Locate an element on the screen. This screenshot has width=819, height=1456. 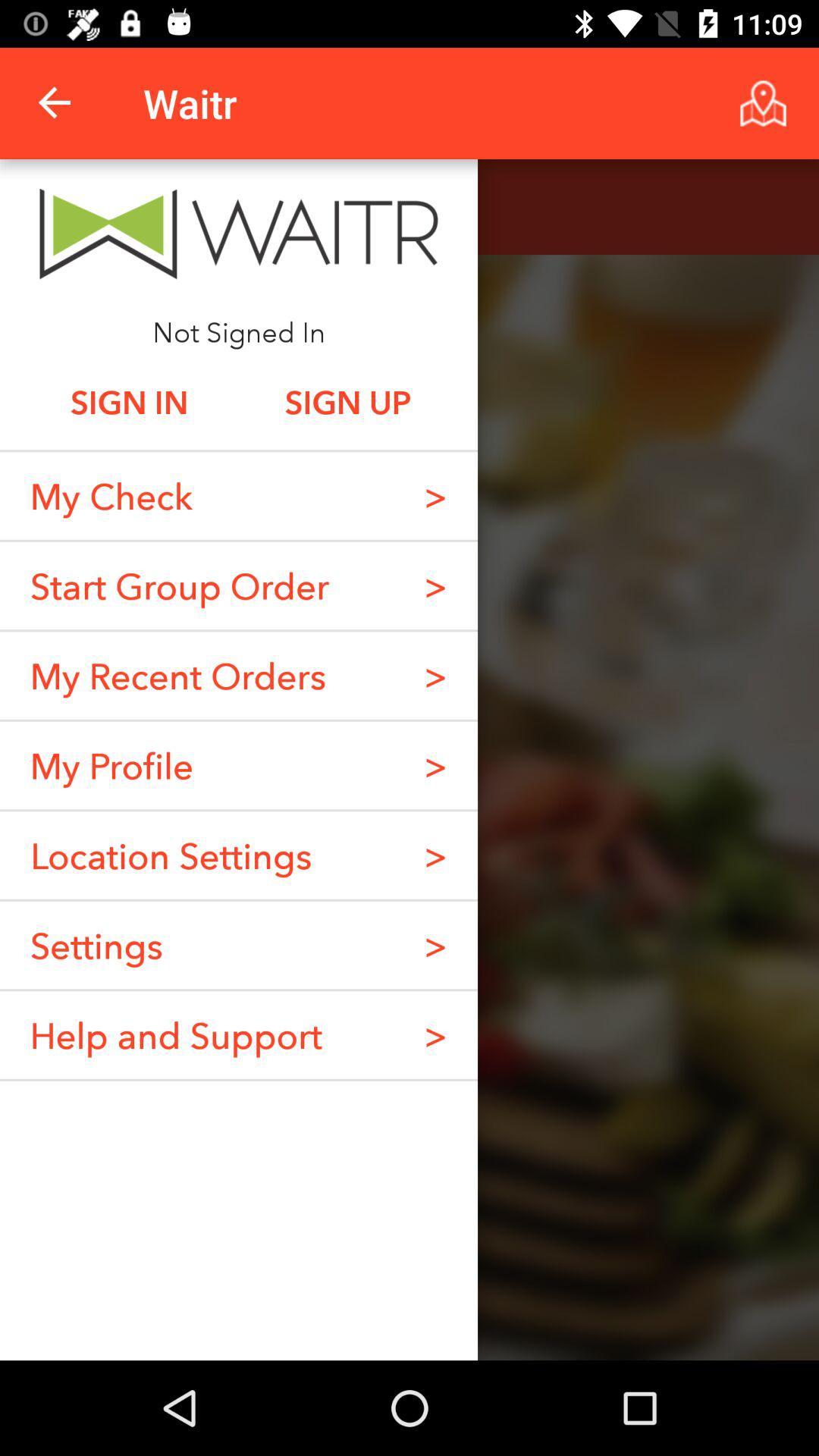
item above the > is located at coordinates (435, 495).